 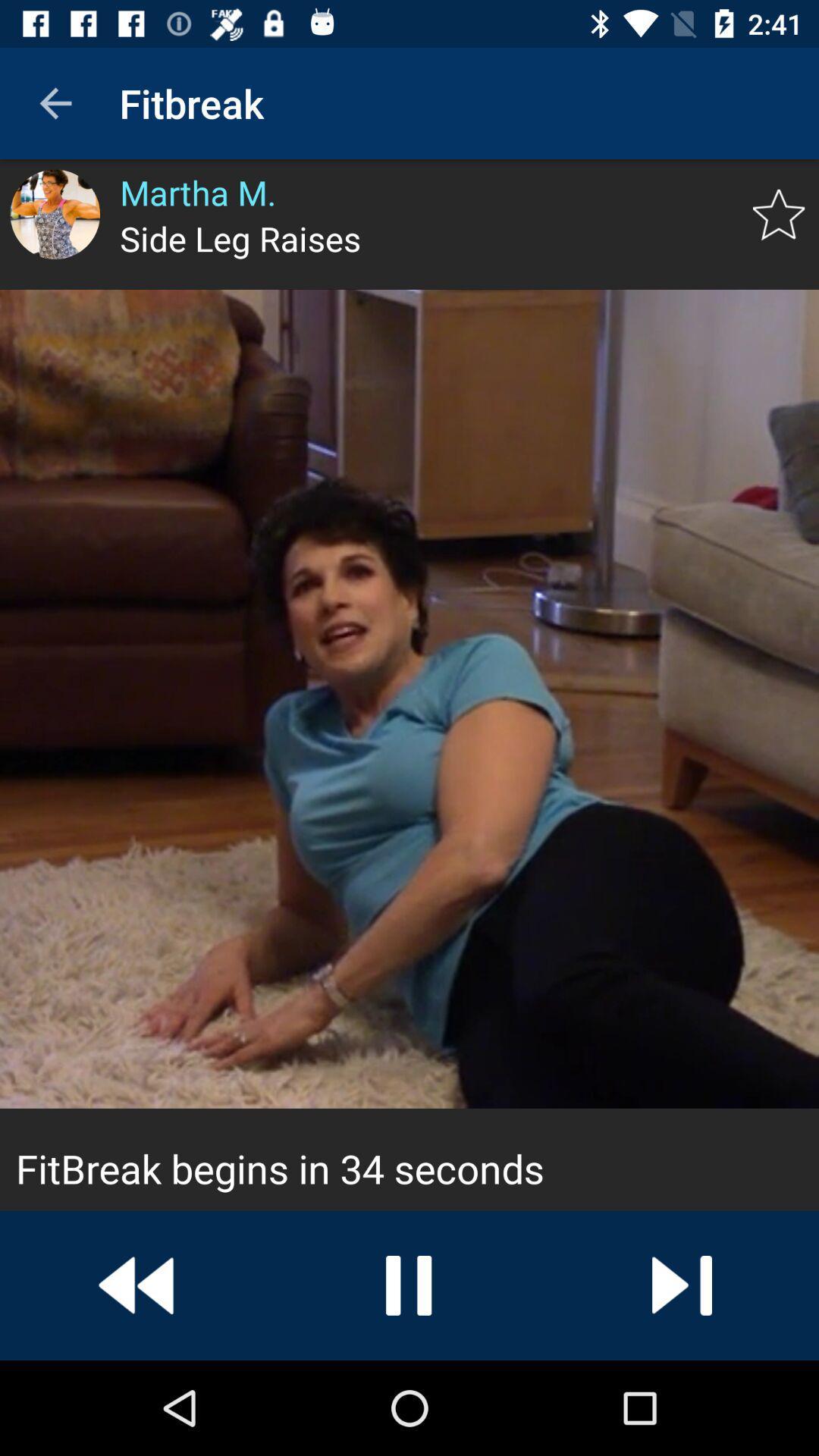 I want to click on item next to fitbreak app, so click(x=55, y=102).